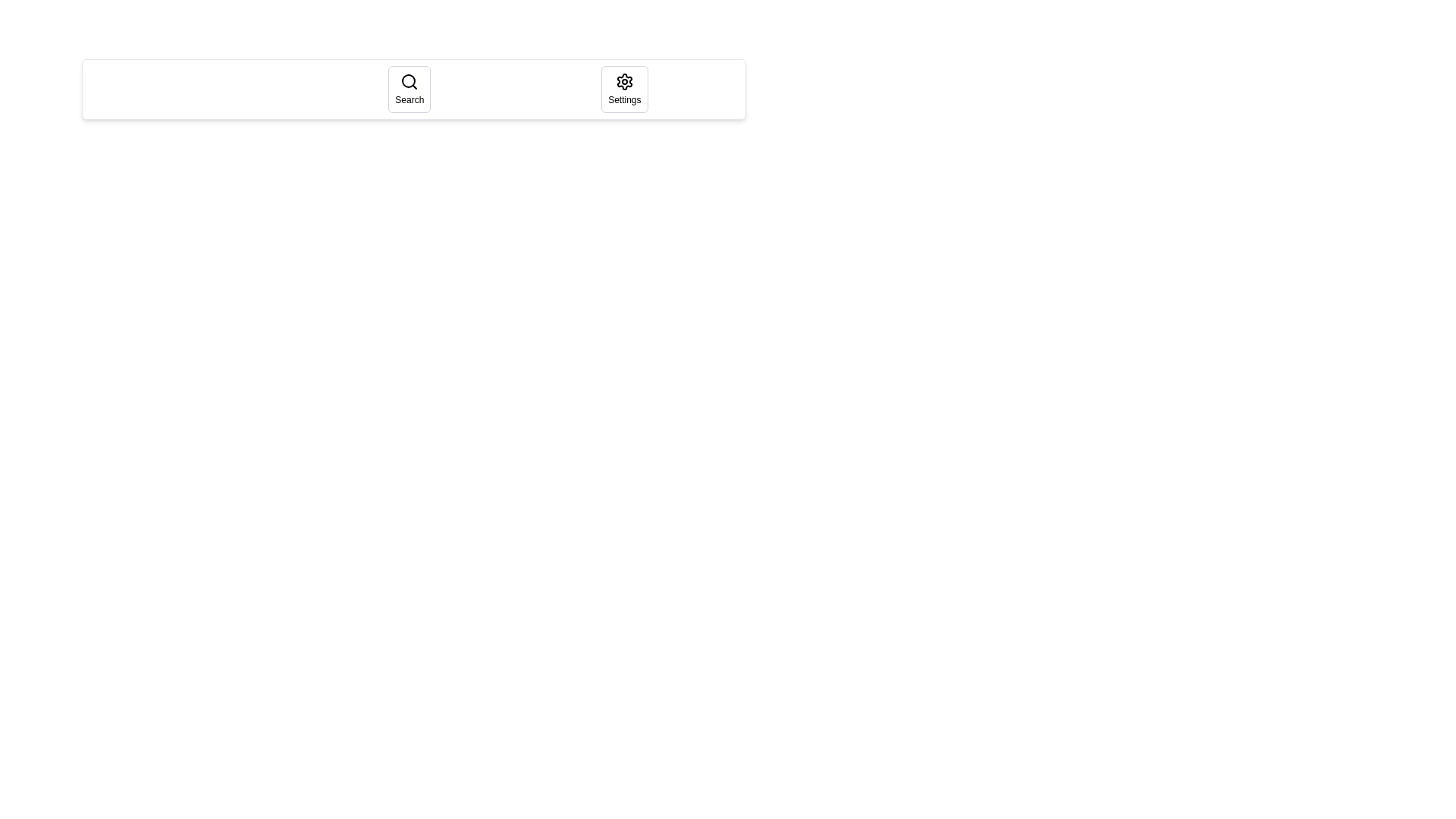  What do you see at coordinates (198, 89) in the screenshot?
I see `the 'Home' navigation button located in the centralized toolbar on the left, which is the first of three buttons` at bounding box center [198, 89].